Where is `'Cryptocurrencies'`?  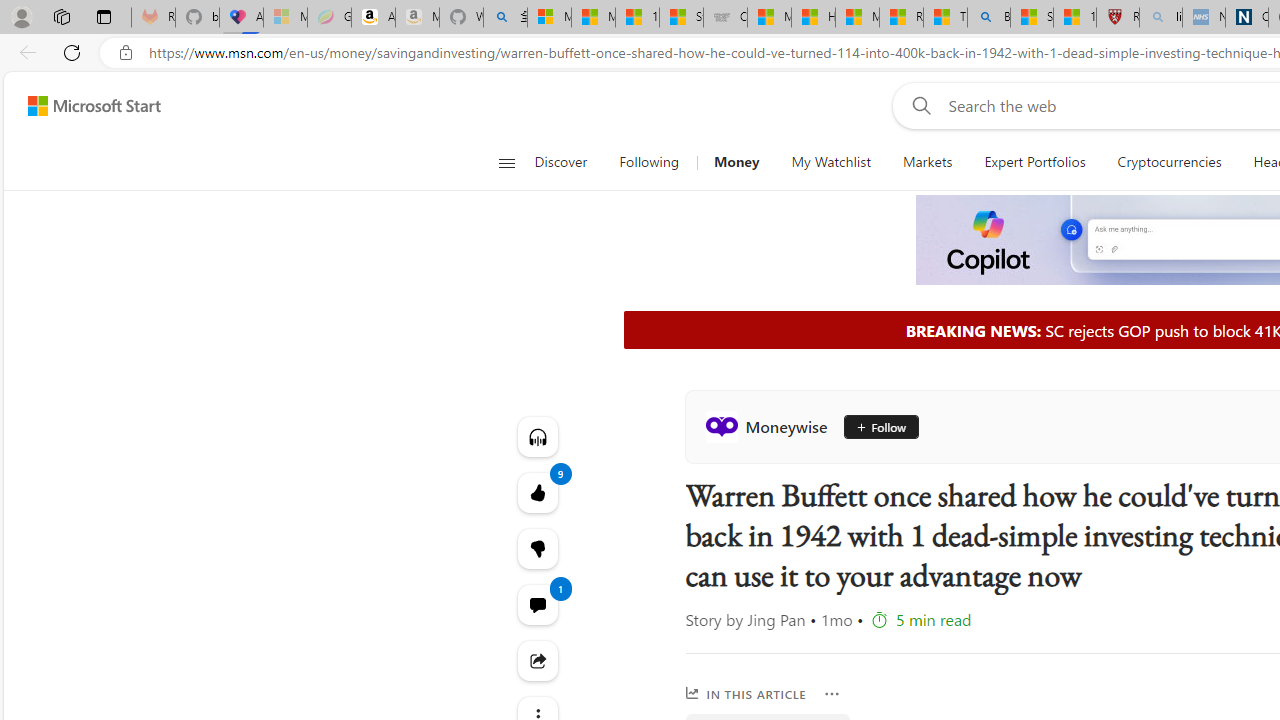
'Cryptocurrencies' is located at coordinates (1169, 162).